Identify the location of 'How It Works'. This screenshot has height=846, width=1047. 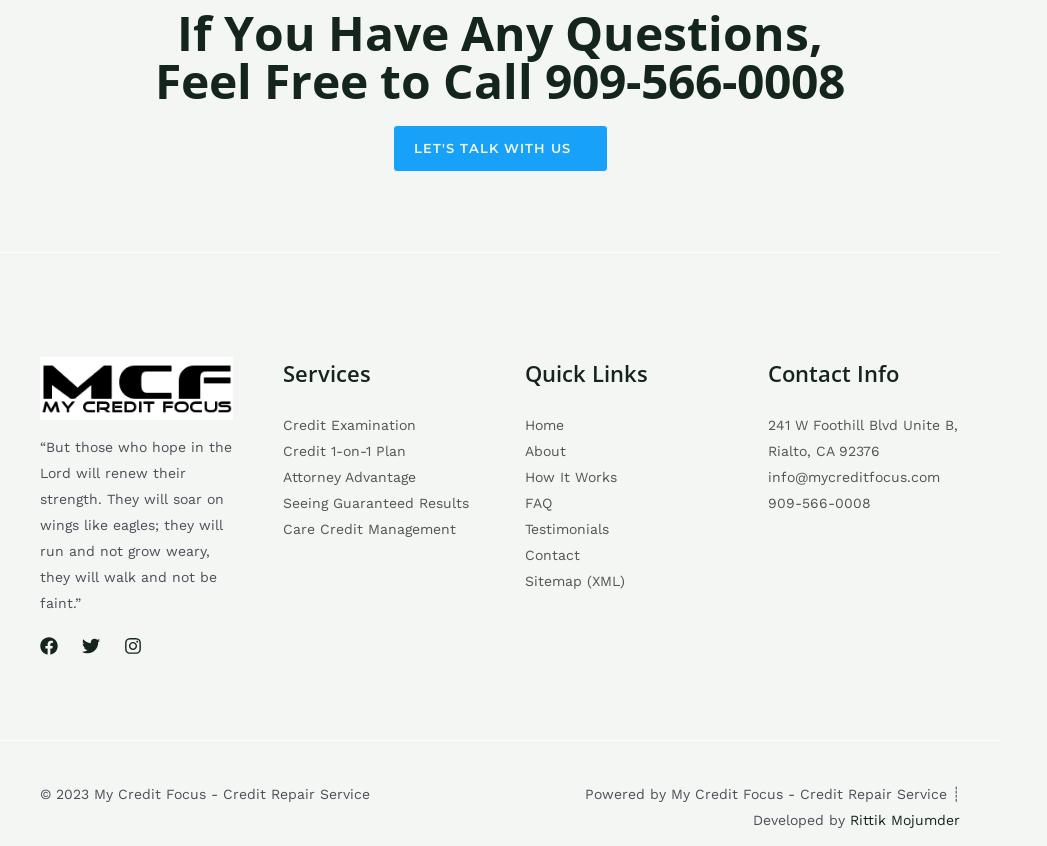
(571, 474).